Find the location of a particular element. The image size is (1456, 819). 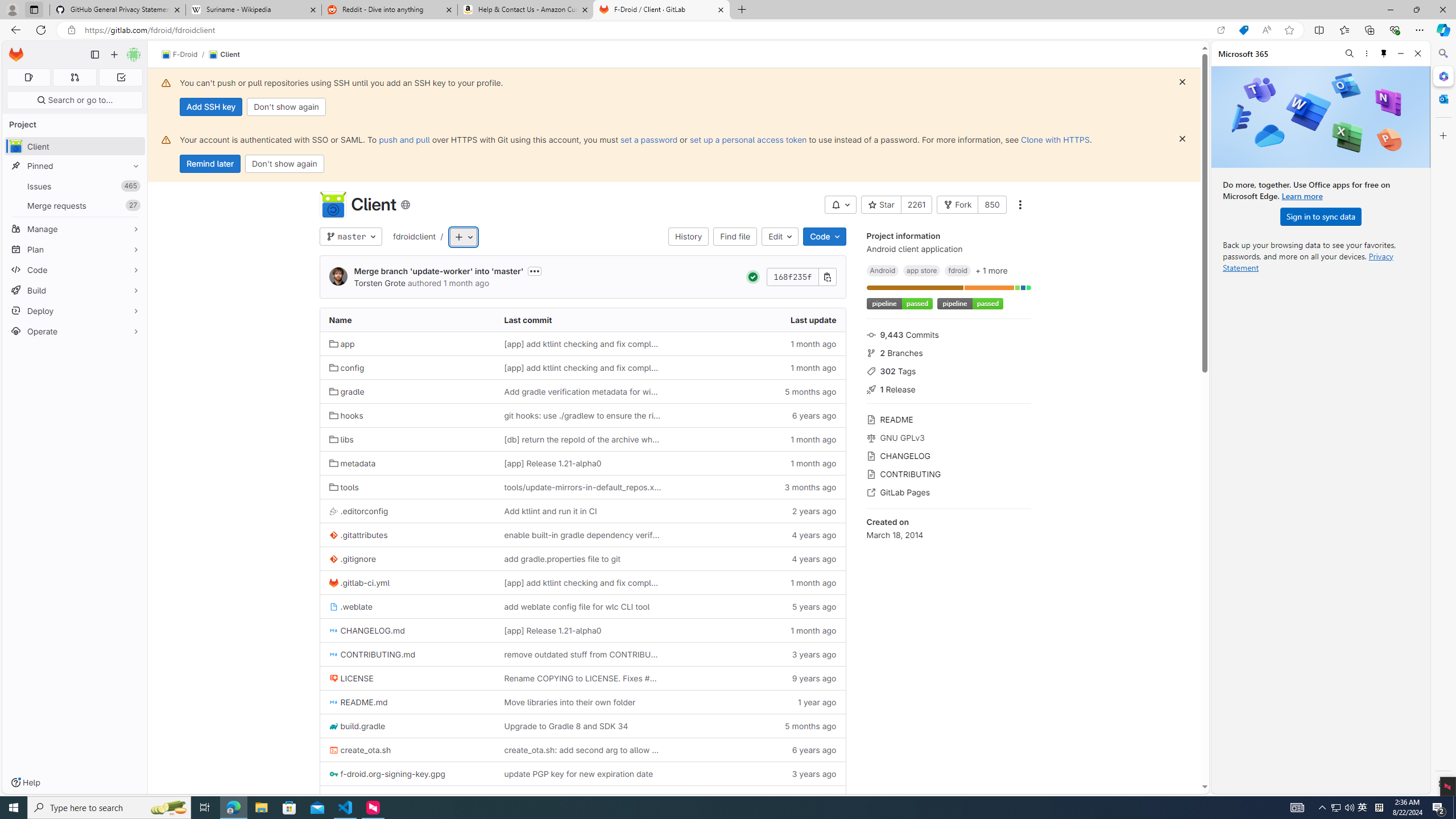

'Build' is located at coordinates (74, 289).